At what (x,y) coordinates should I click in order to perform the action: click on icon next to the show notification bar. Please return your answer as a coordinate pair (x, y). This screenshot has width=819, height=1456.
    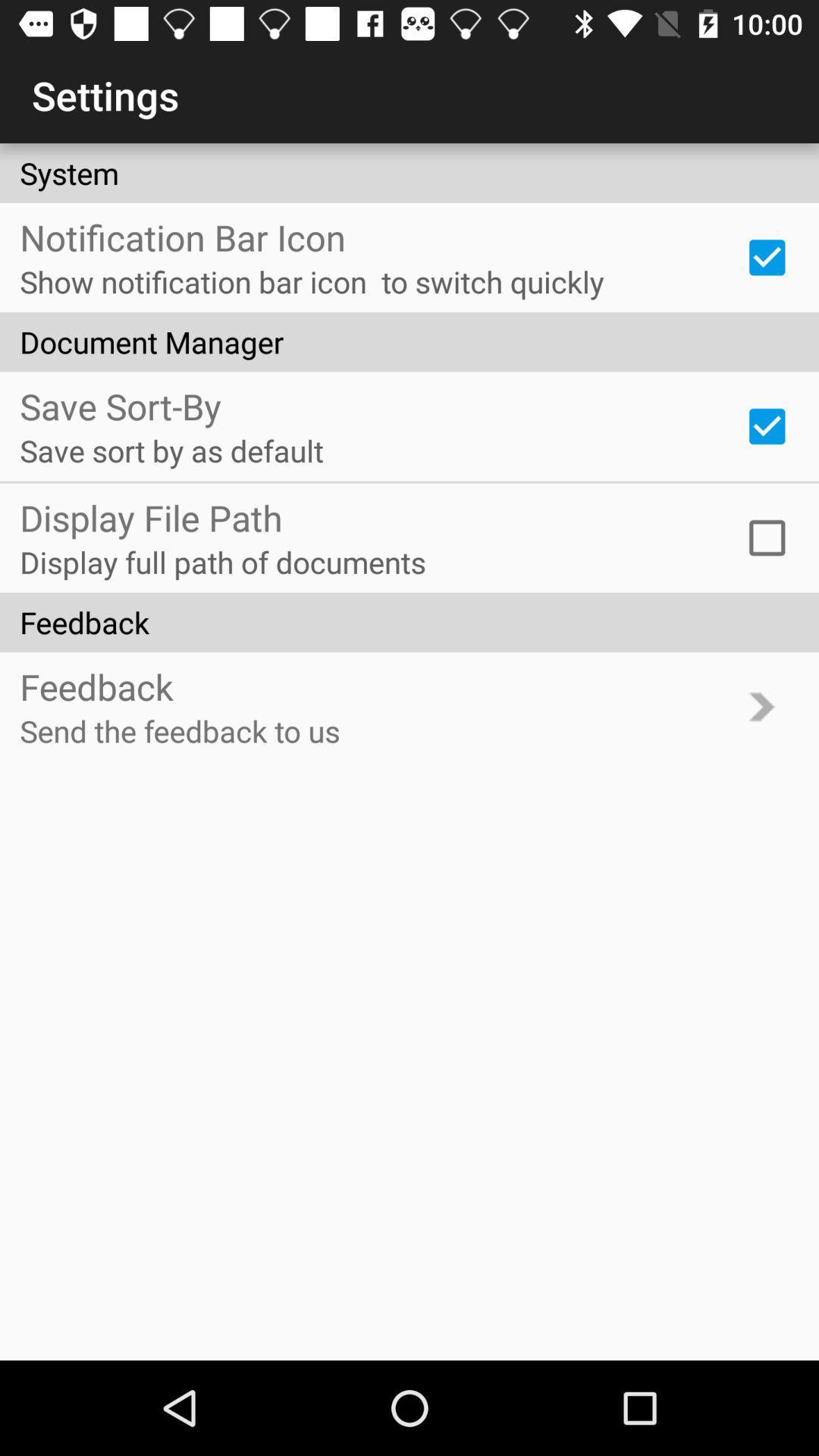
    Looking at the image, I should click on (767, 257).